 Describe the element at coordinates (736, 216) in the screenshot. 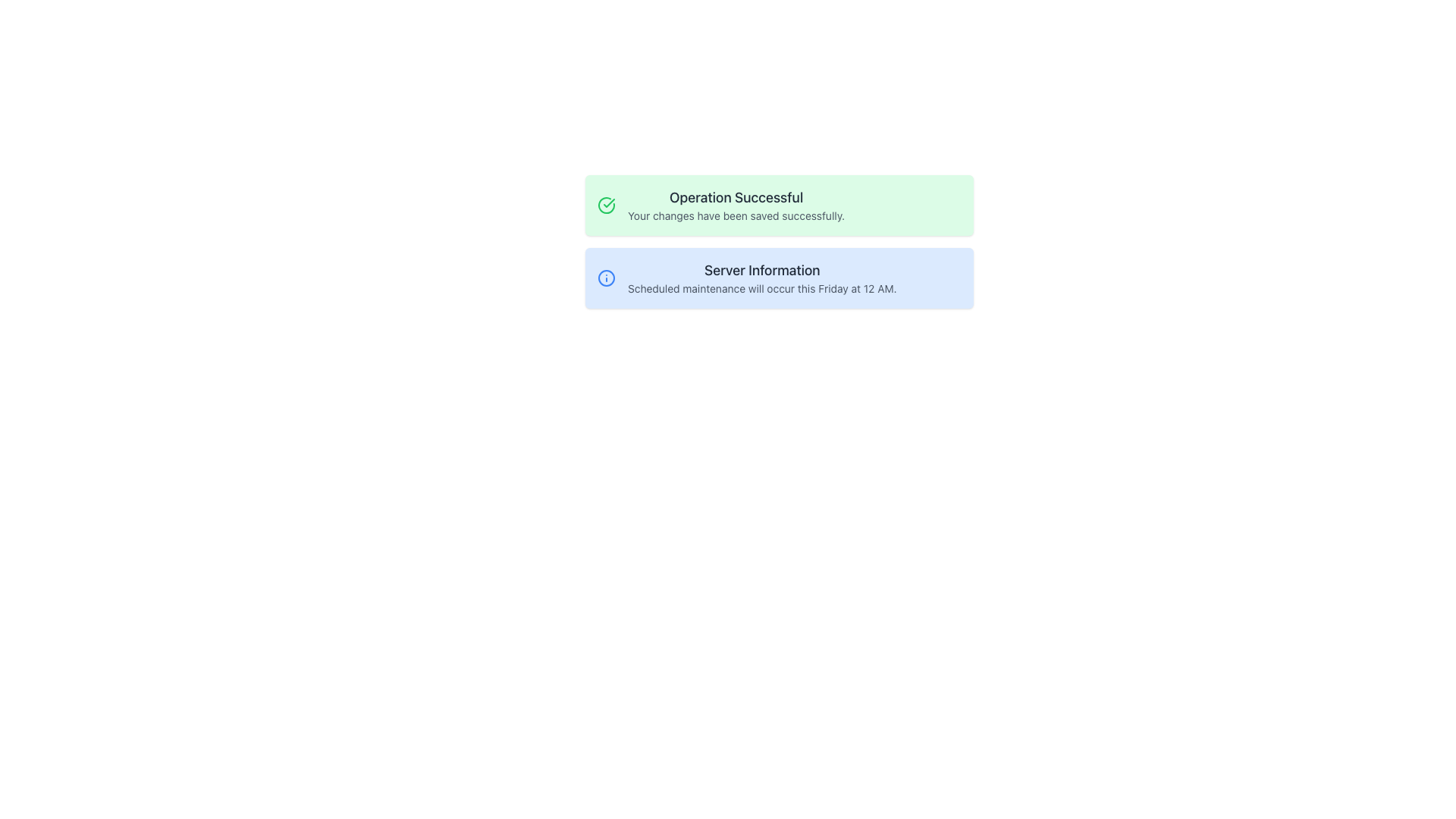

I see `confirmation message text located below the heading 'Operation Successful' within the green success notification area, specifically the second line of text` at that location.